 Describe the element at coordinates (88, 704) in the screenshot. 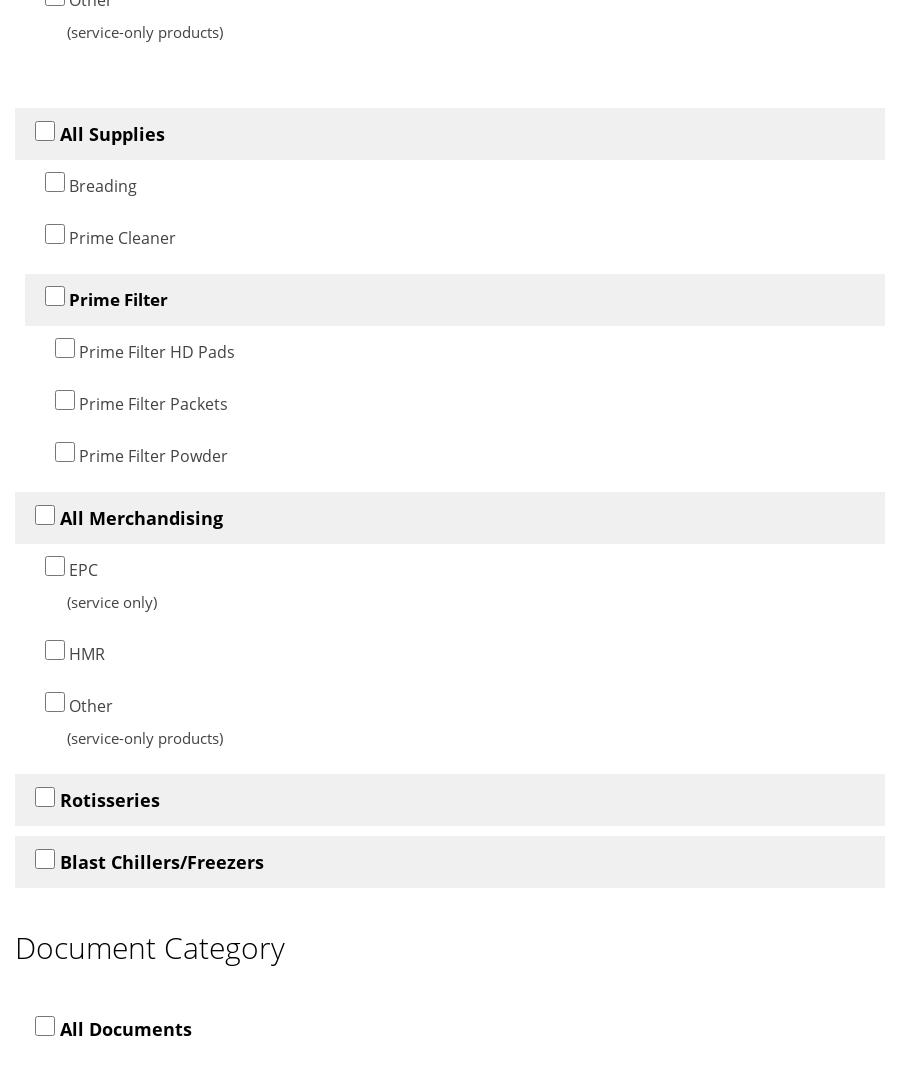

I see `'Other'` at that location.